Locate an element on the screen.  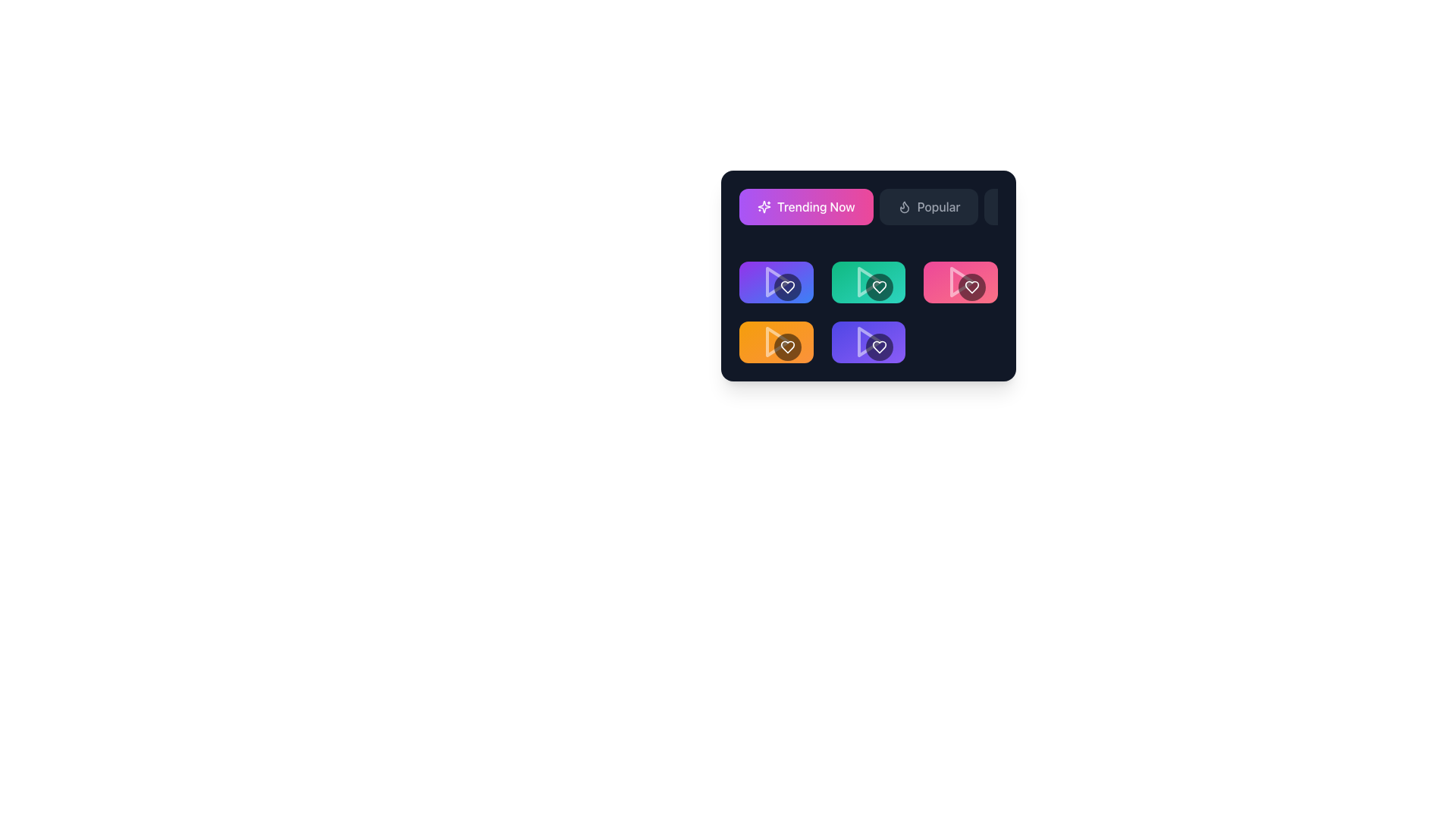
the interactive button indicating a count or statistic related to an action, such as likes or approvals, for accessibility navigation is located at coordinates (879, 275).